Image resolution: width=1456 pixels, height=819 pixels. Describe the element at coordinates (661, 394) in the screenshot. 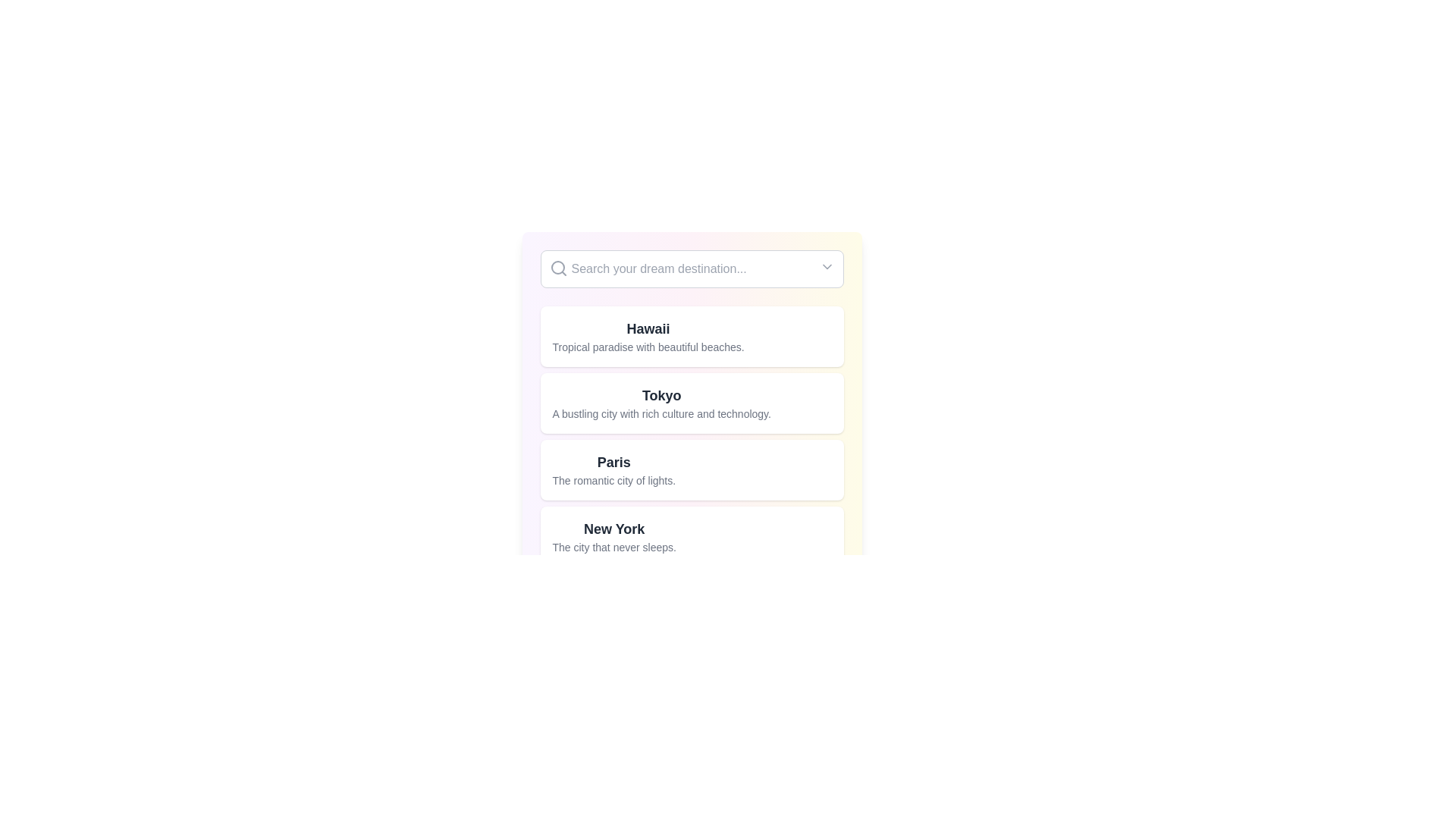

I see `on the text label that serves as the title for Tokyo, prominently positioned above additional descriptive text within a card-like layout` at that location.